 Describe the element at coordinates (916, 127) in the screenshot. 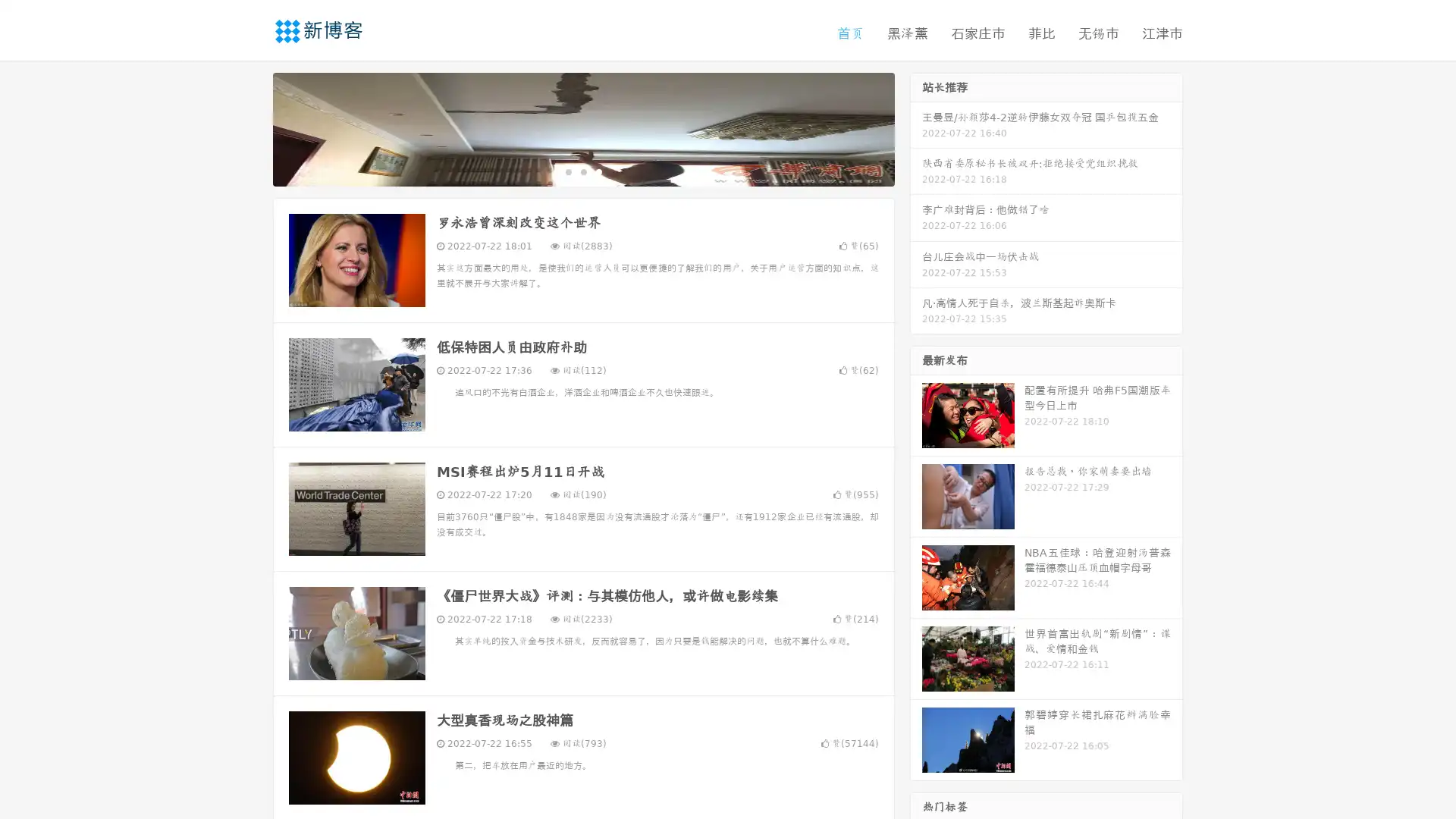

I see `Next slide` at that location.